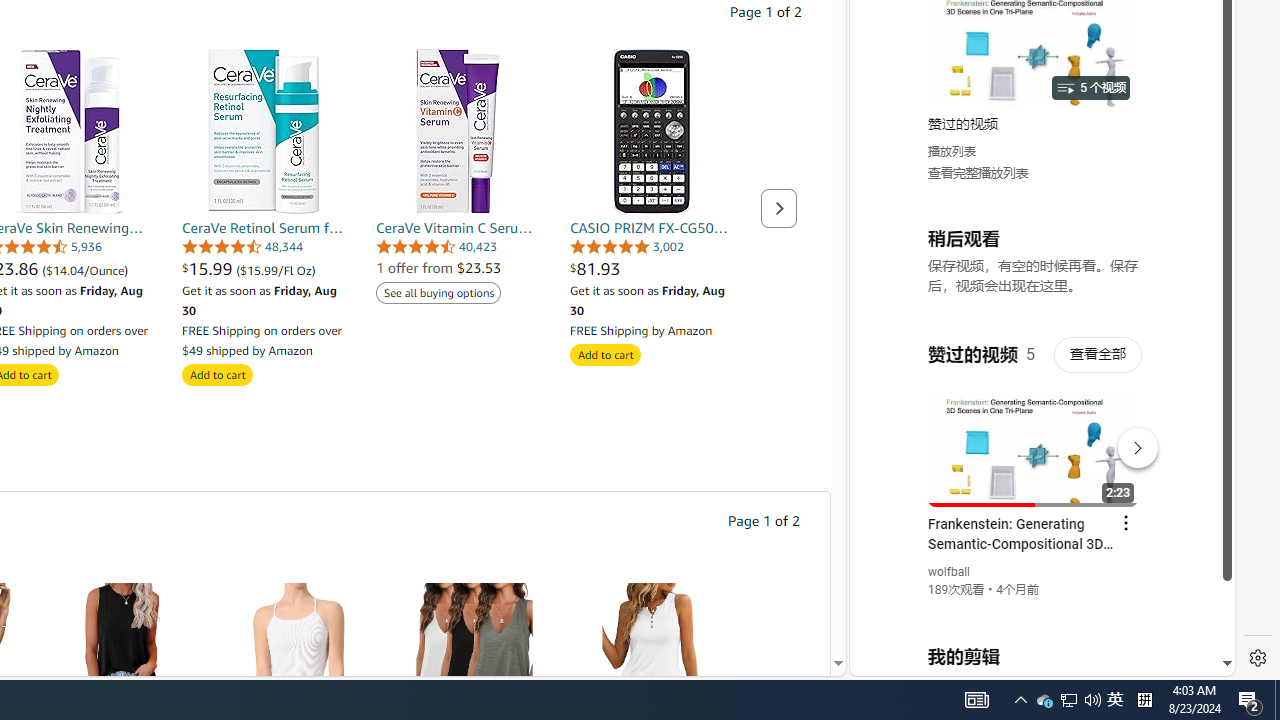  What do you see at coordinates (604, 354) in the screenshot?
I see `'Add to cart'` at bounding box center [604, 354].